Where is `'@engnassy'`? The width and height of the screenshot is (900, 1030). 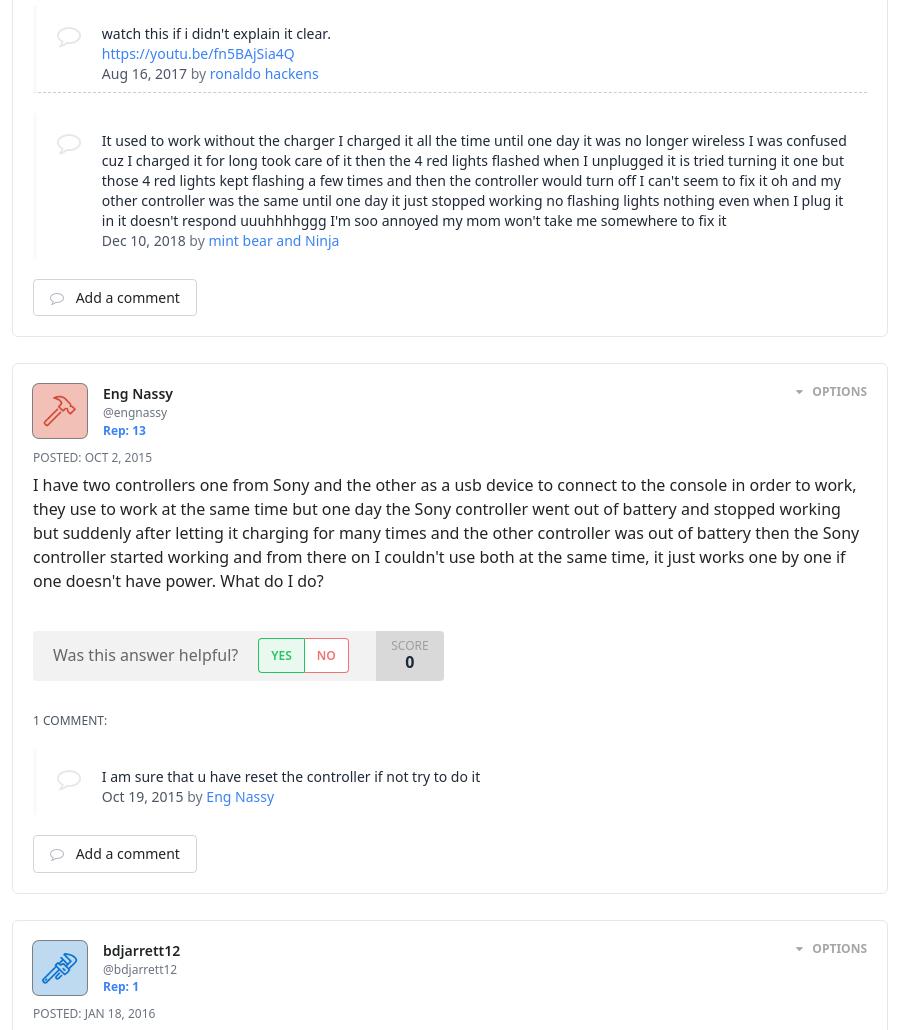
'@engnassy' is located at coordinates (135, 412).